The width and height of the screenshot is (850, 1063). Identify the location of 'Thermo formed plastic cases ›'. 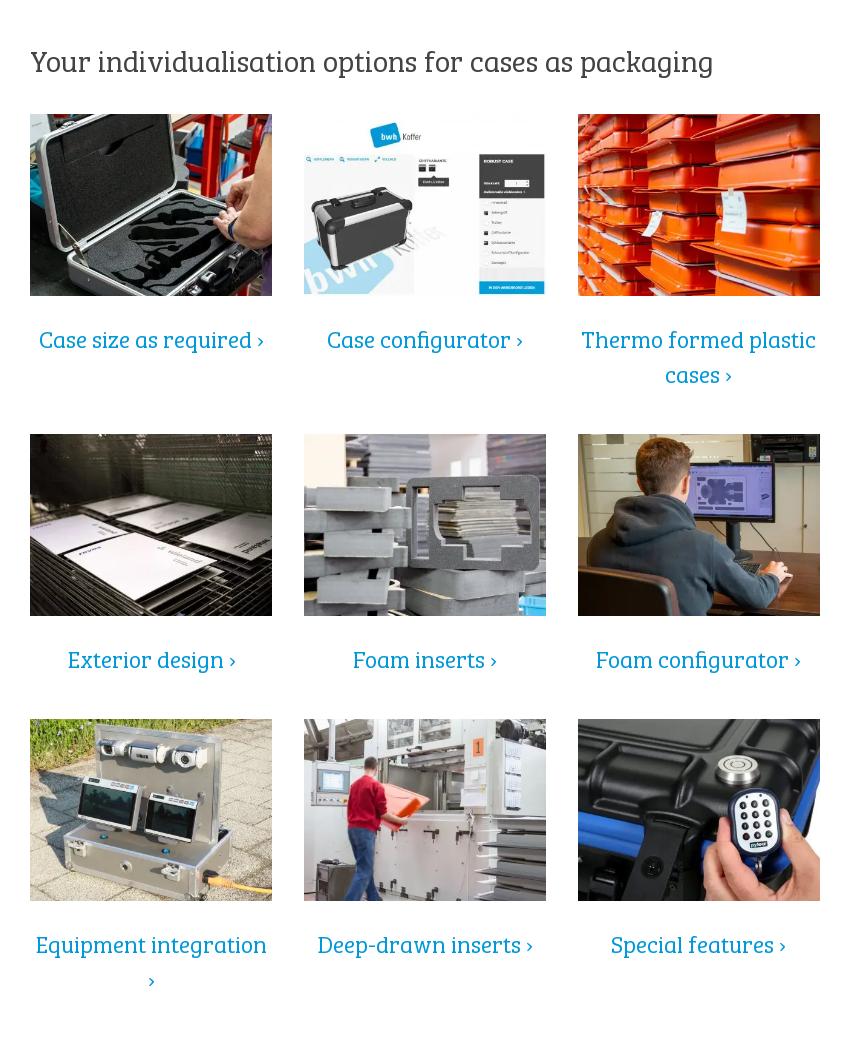
(697, 354).